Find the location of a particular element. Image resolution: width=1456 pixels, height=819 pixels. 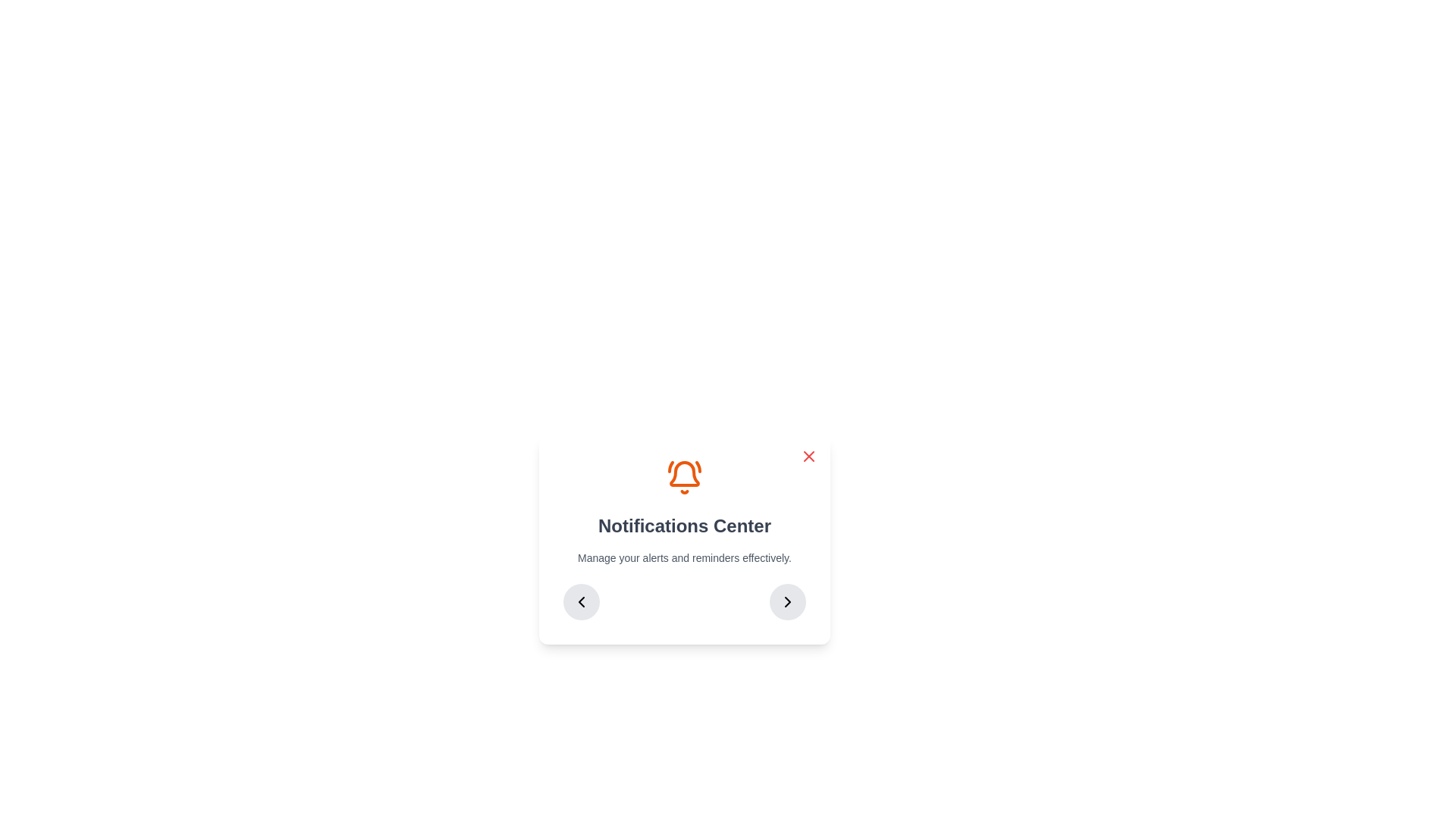

the rightmost stroke of the orange bell icon representing the ringing motion in the Notifications Center dialog box is located at coordinates (698, 466).